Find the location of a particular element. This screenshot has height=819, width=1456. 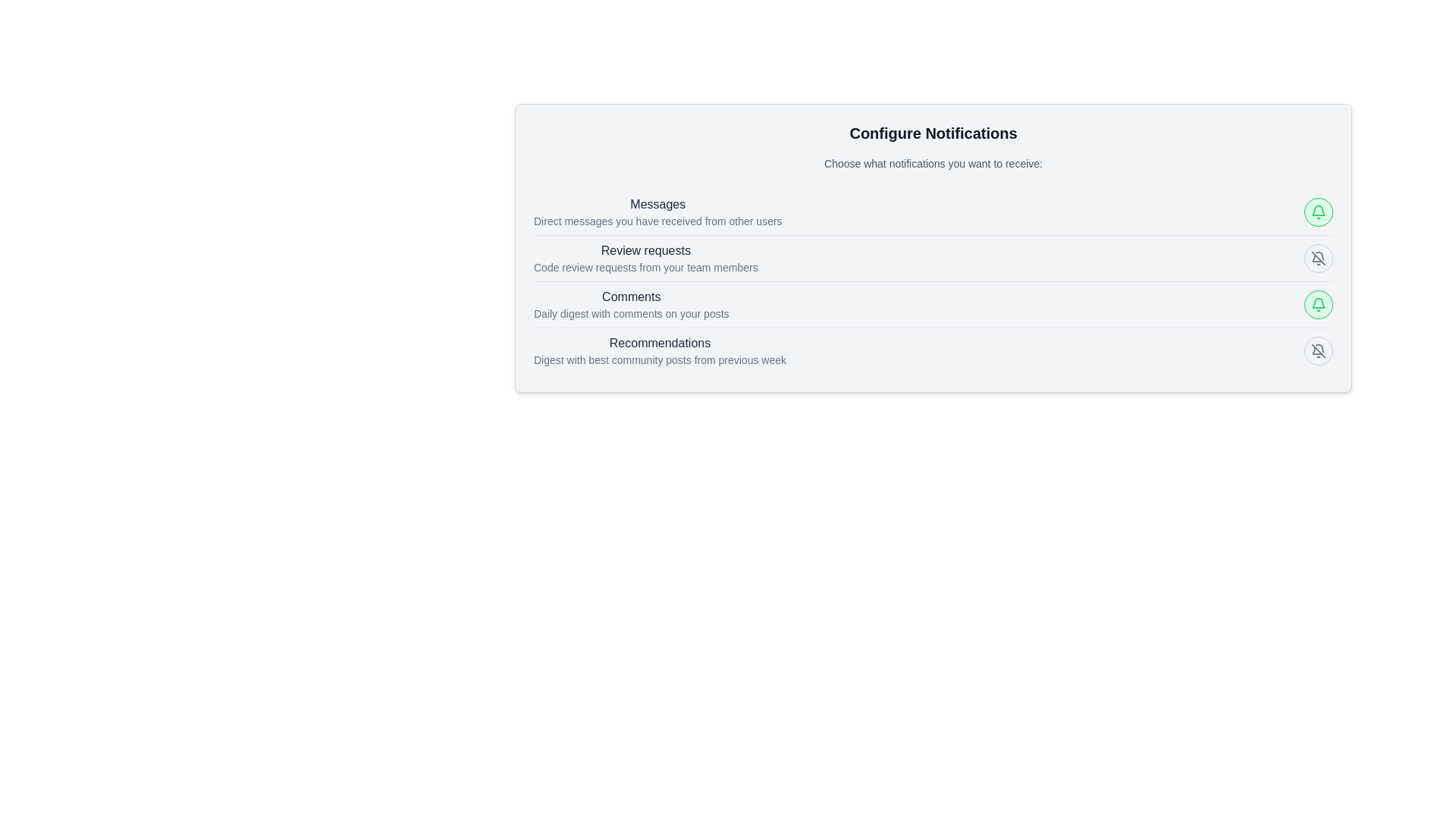

the circular button with a light gray background and a bell icon indicating notifications are disabled, located at the far right of the Recommendations Digest section is located at coordinates (1317, 350).